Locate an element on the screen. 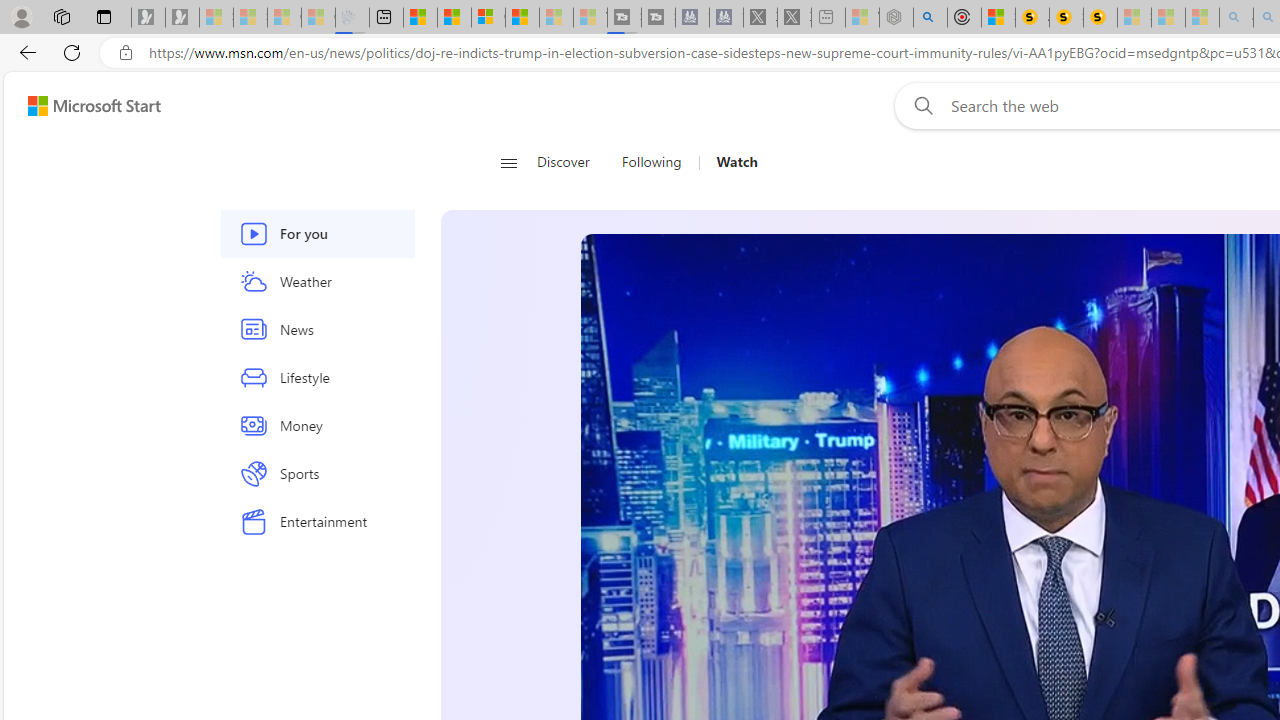  'Newsletter Sign Up - Sleeping' is located at coordinates (182, 17).